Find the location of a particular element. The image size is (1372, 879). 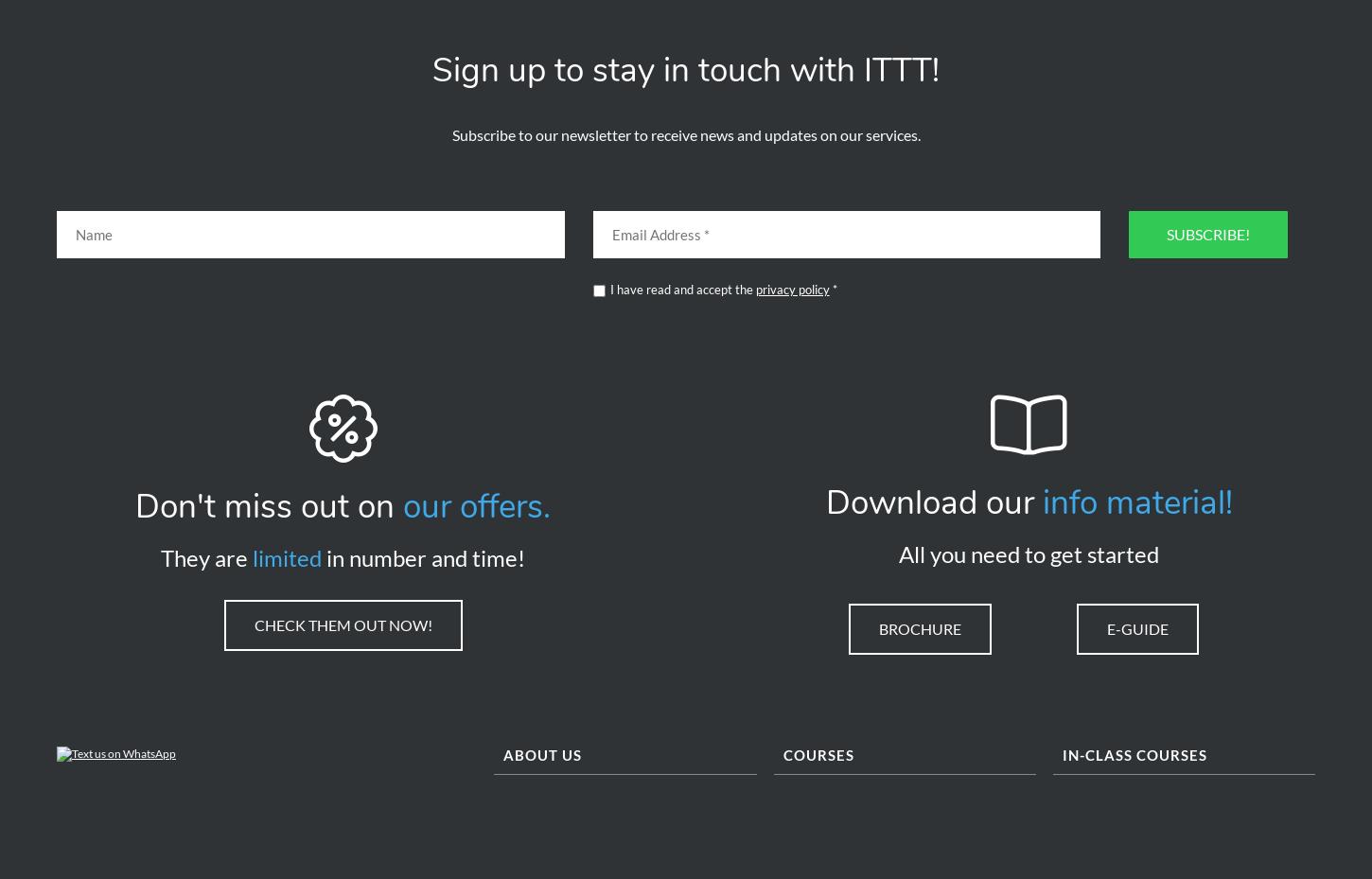

'in number and time!' is located at coordinates (422, 563).